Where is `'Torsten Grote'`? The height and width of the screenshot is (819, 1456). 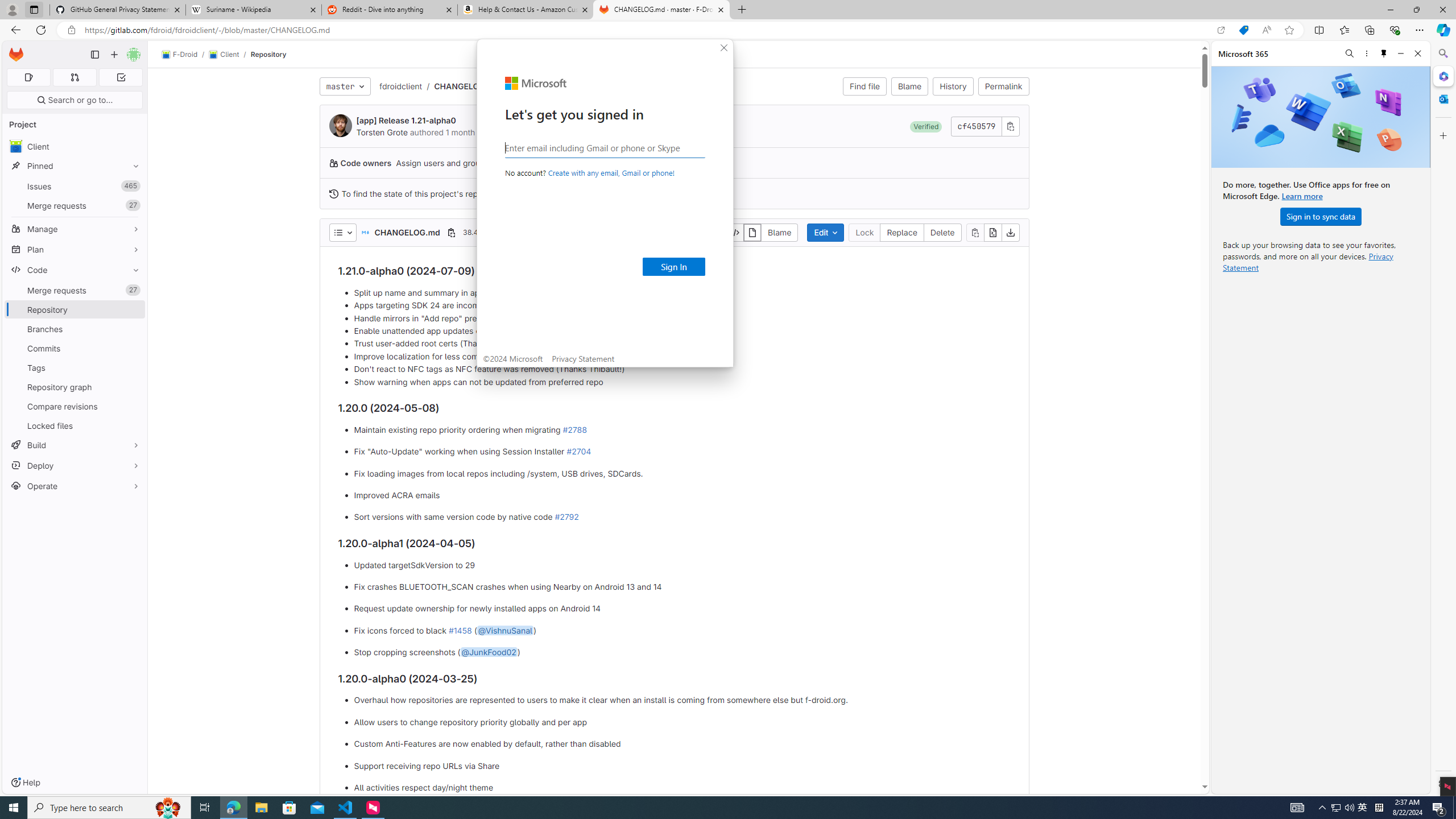
'Torsten Grote' is located at coordinates (382, 131).